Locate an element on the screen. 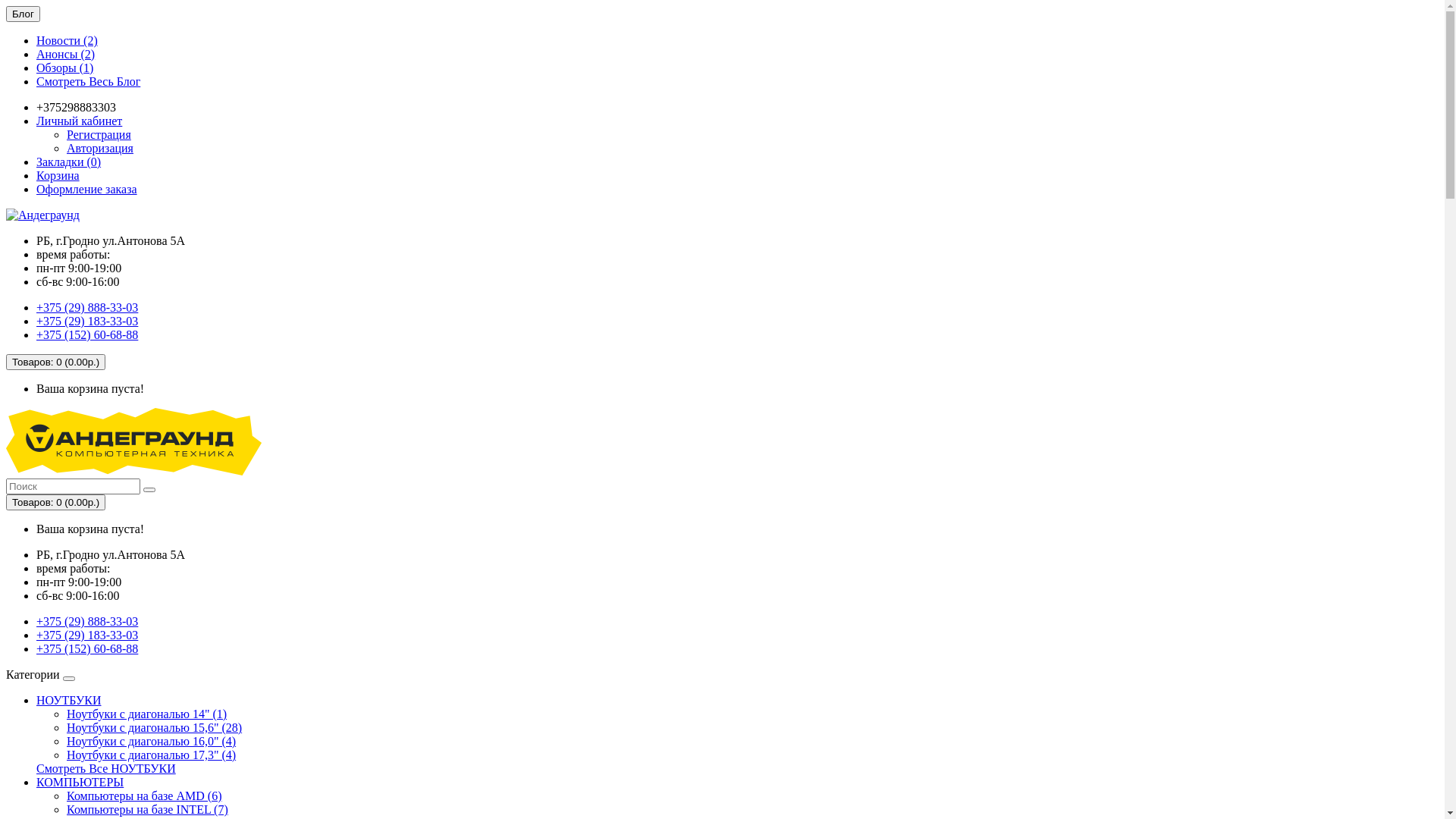 Image resolution: width=1456 pixels, height=819 pixels. '+375 (29) 888-33-03' is located at coordinates (86, 621).